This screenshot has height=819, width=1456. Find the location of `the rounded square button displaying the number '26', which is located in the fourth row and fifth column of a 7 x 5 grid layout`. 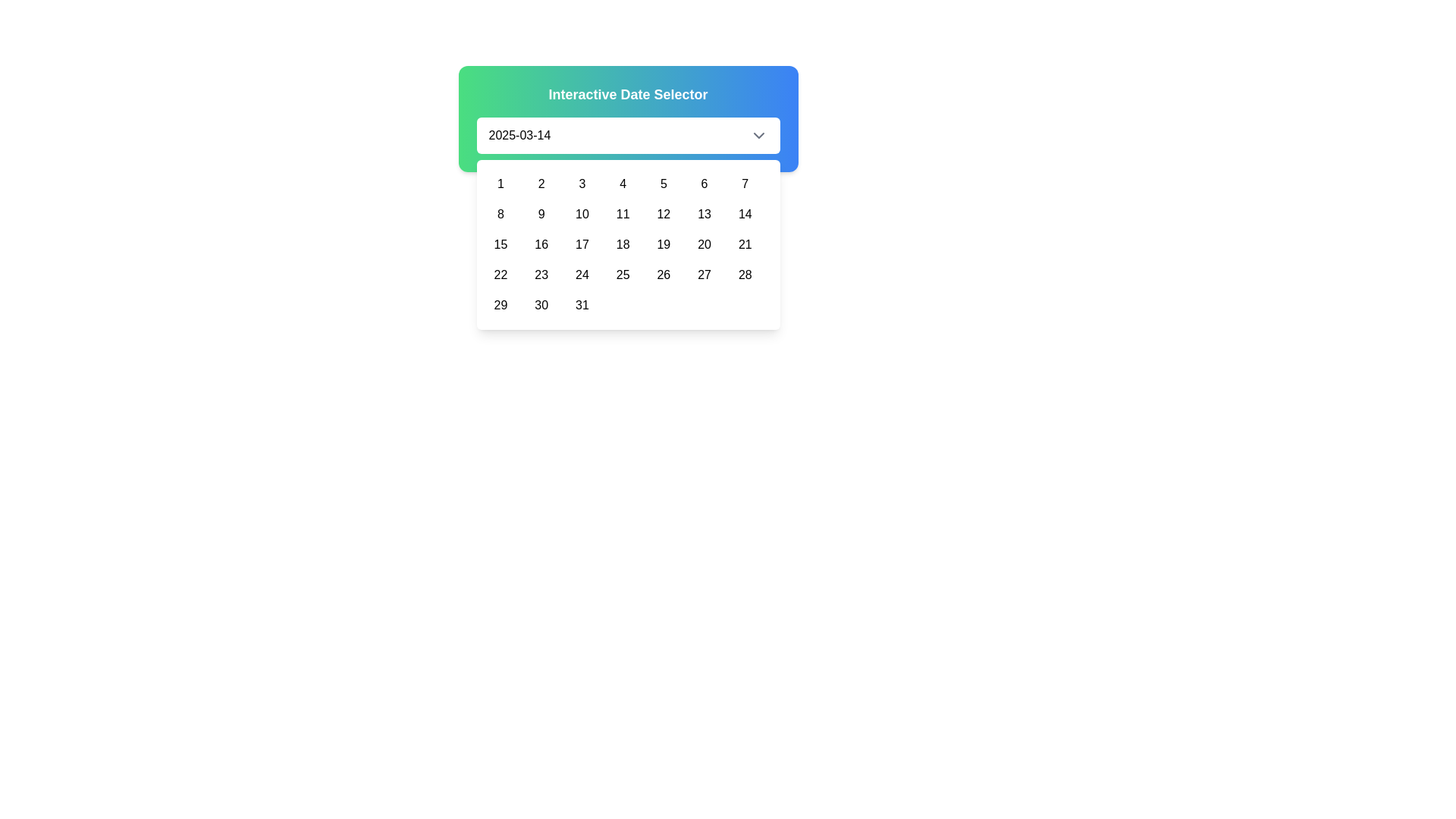

the rounded square button displaying the number '26', which is located in the fourth row and fifth column of a 7 x 5 grid layout is located at coordinates (664, 275).